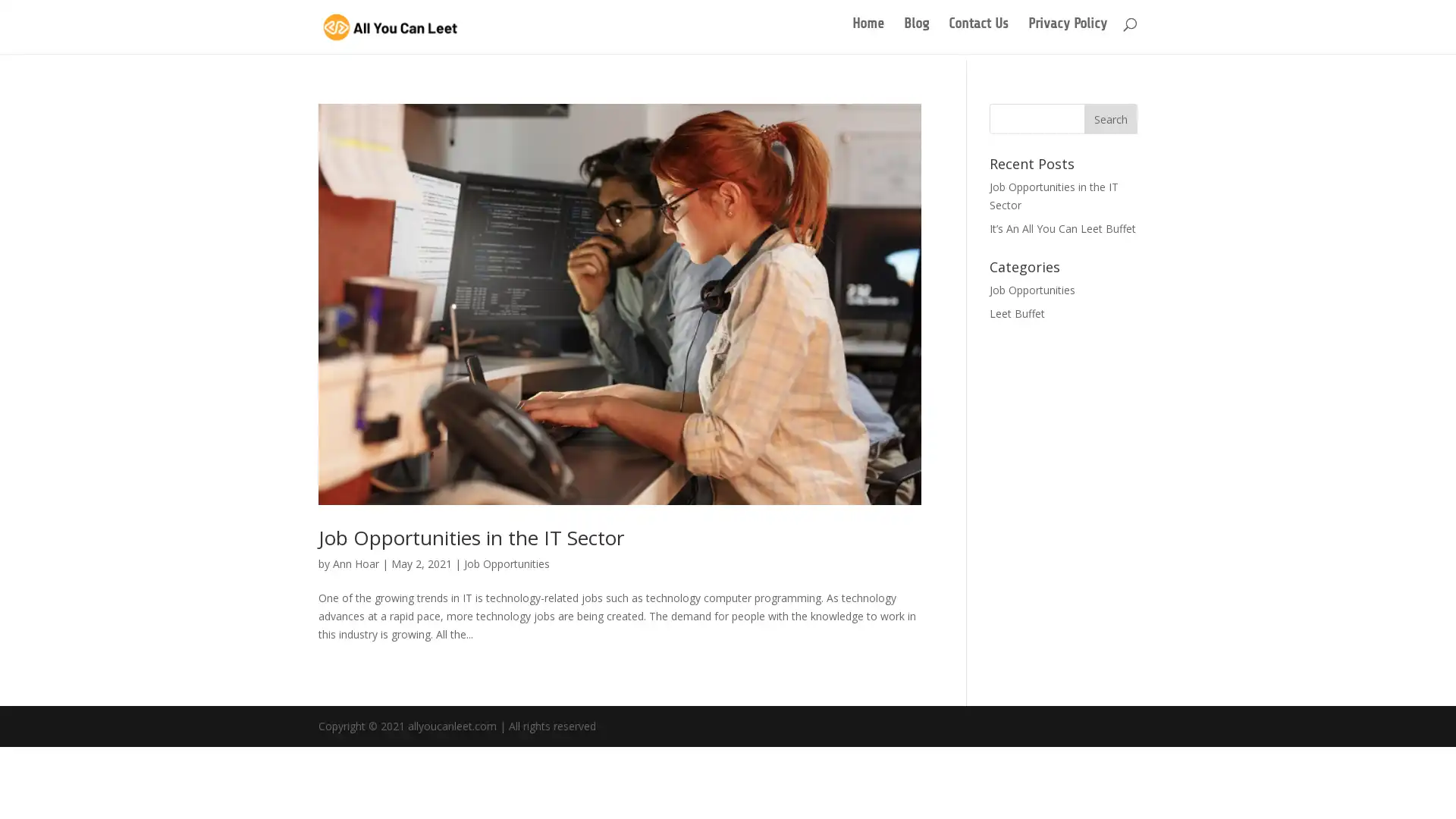  I want to click on Search, so click(1110, 114).